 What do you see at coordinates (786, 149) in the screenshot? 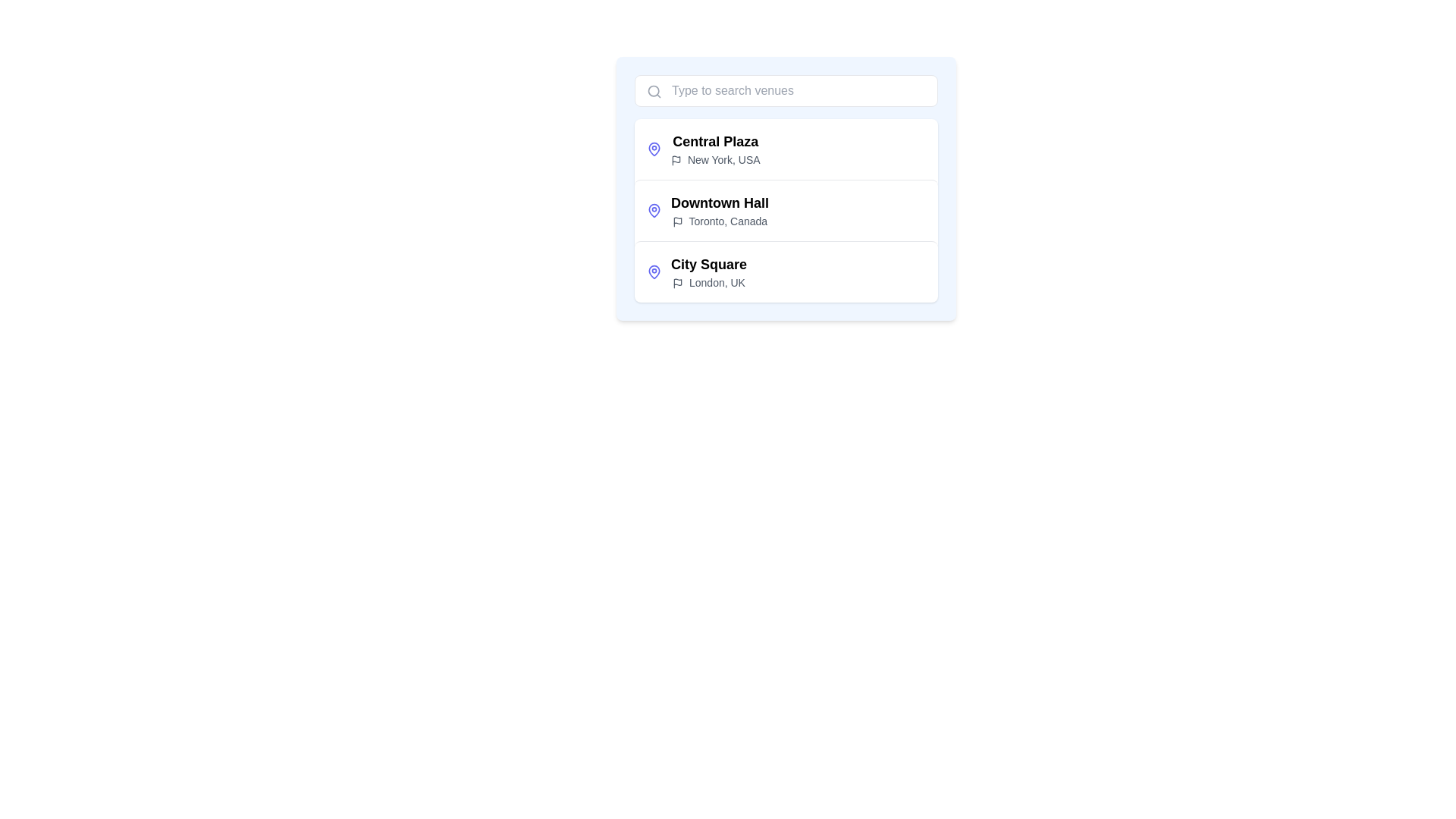
I see `the first list item labeled 'Central Plaza'` at bounding box center [786, 149].